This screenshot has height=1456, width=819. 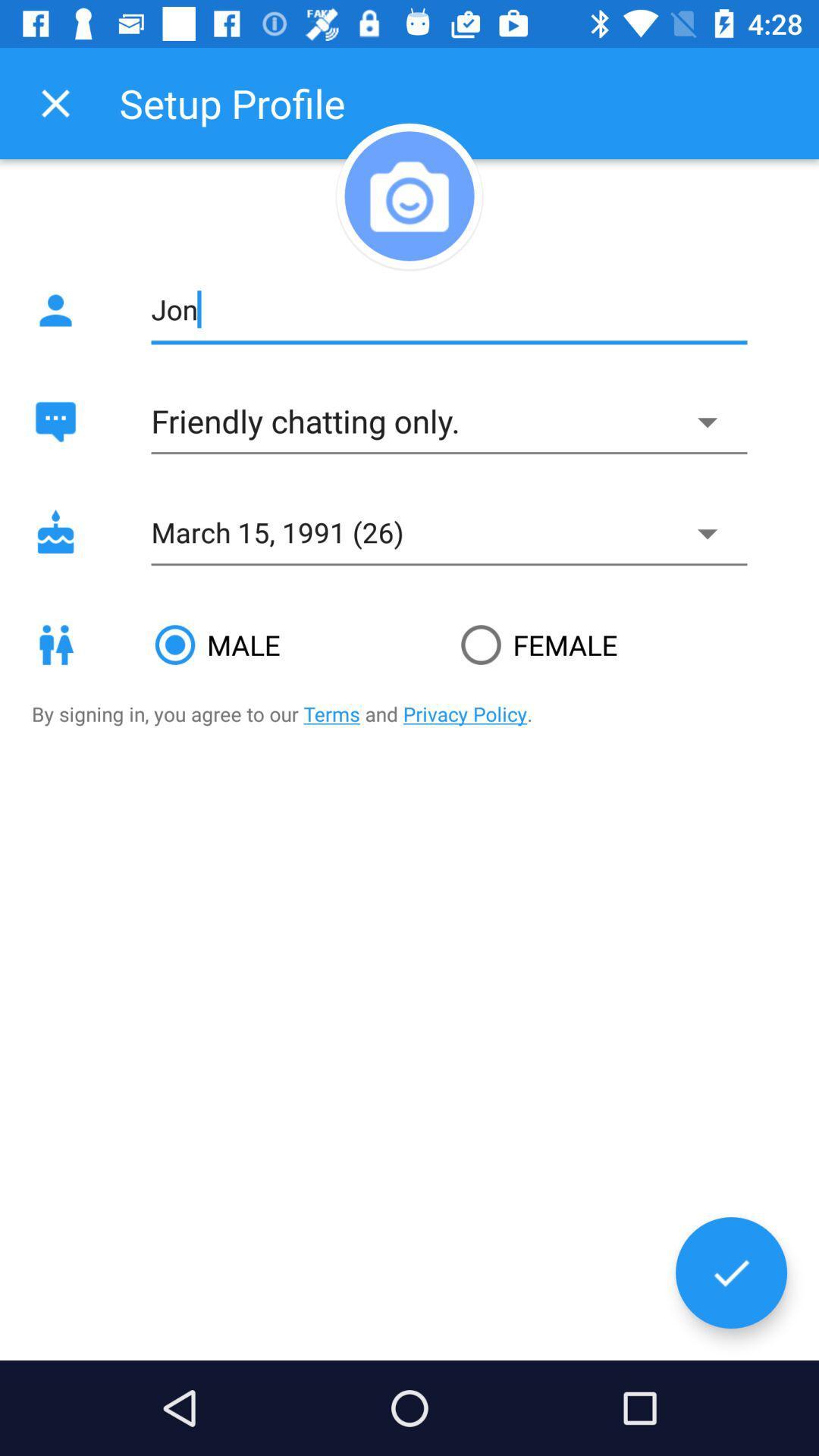 What do you see at coordinates (448, 534) in the screenshot?
I see `the field which says march 15 1996 26` at bounding box center [448, 534].